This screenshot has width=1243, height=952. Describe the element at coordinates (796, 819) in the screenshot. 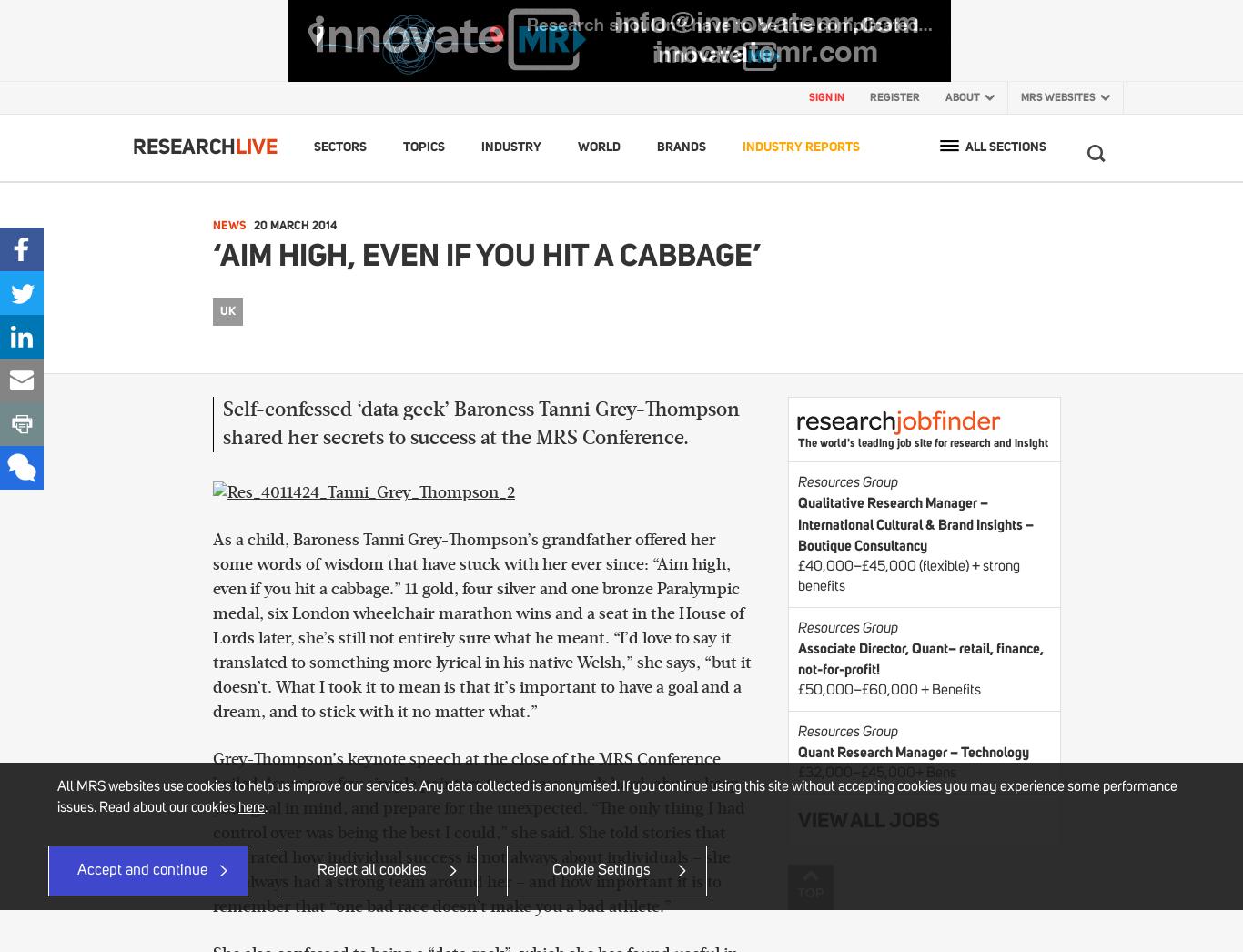

I see `'View All Jobs'` at that location.